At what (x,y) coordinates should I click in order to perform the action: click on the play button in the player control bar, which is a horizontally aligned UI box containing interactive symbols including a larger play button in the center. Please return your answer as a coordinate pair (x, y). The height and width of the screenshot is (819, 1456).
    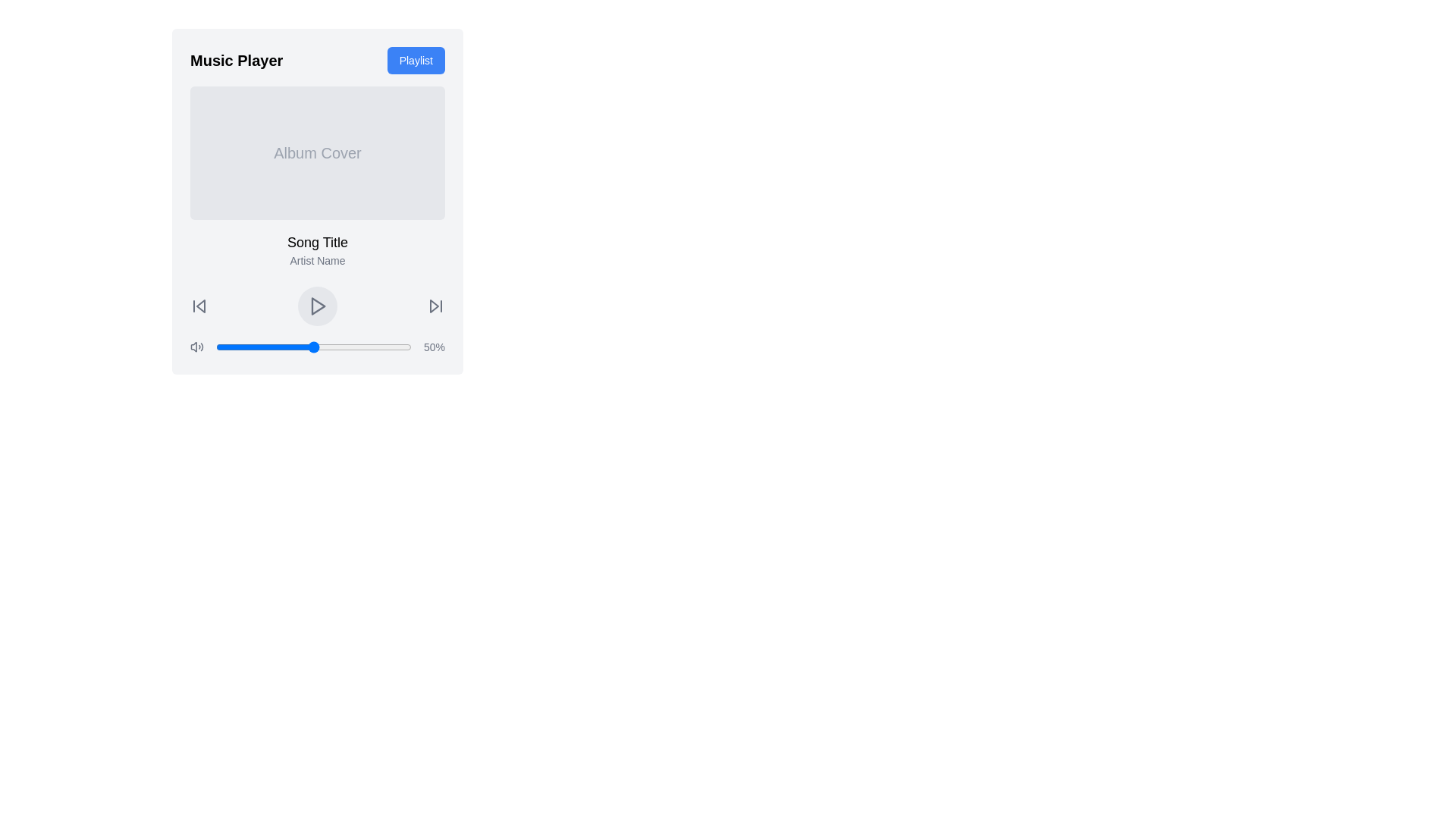
    Looking at the image, I should click on (316, 306).